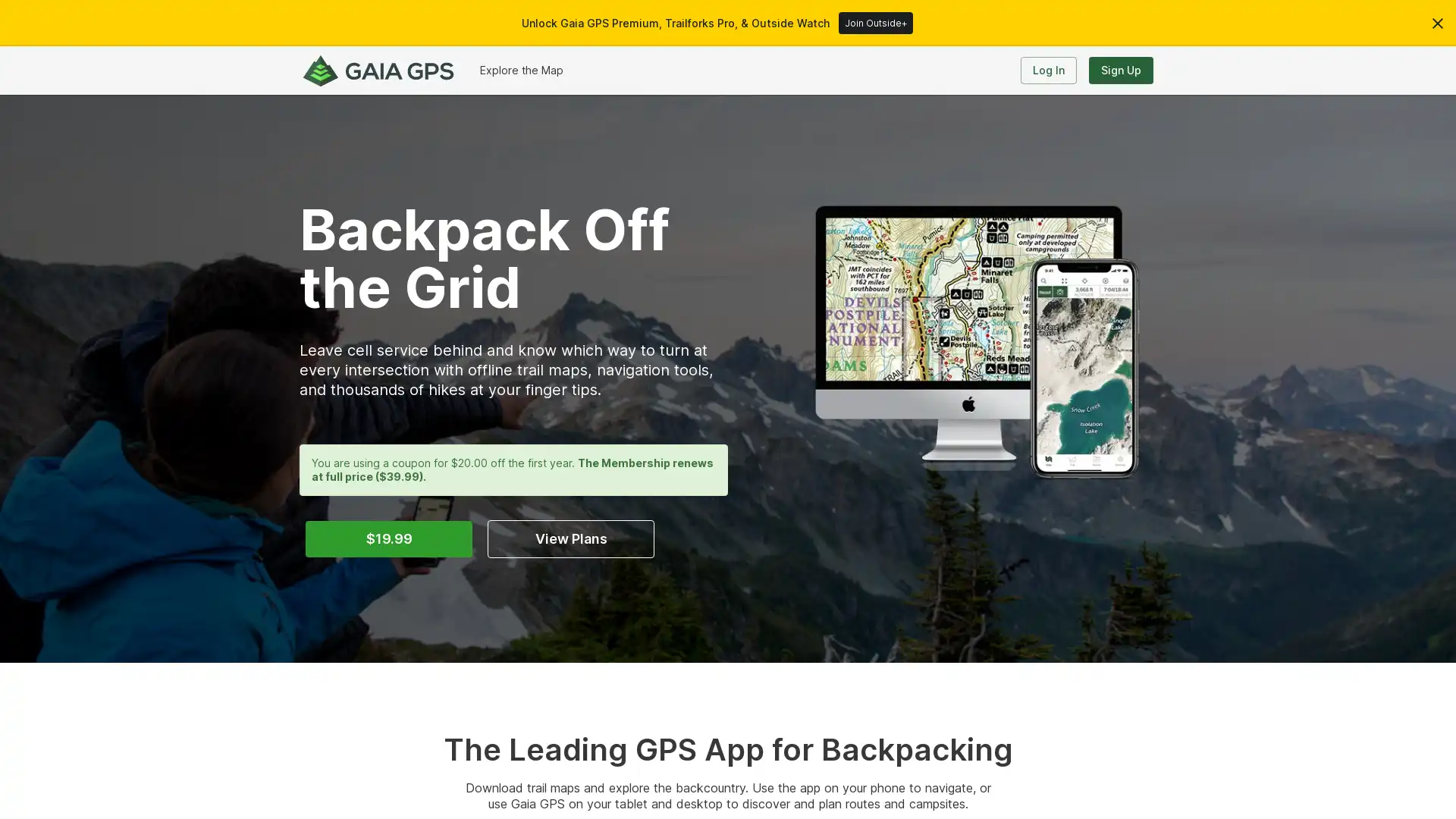 This screenshot has height=819, width=1456. I want to click on Log In, so click(1047, 70).